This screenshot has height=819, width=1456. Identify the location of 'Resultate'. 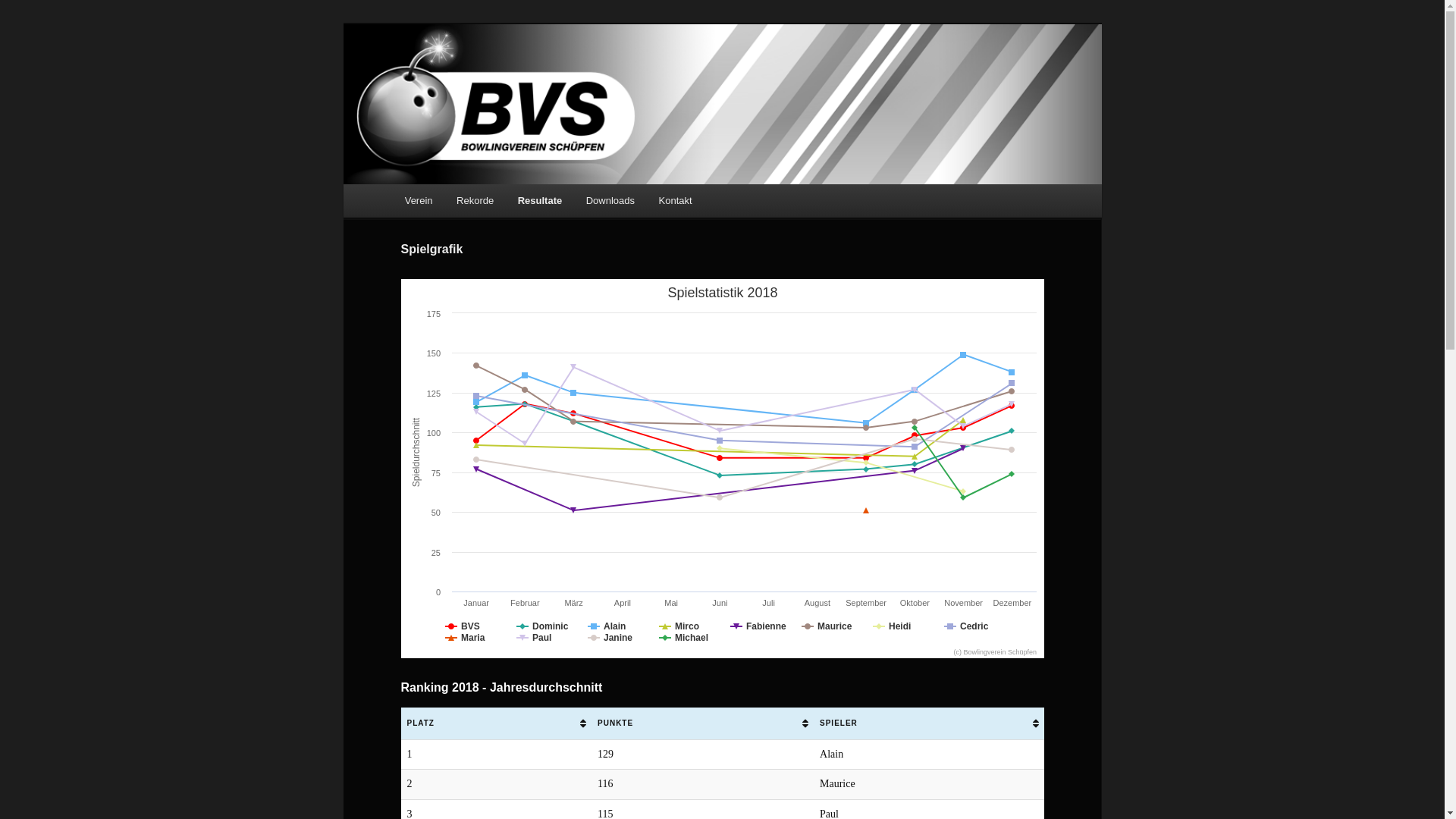
(506, 199).